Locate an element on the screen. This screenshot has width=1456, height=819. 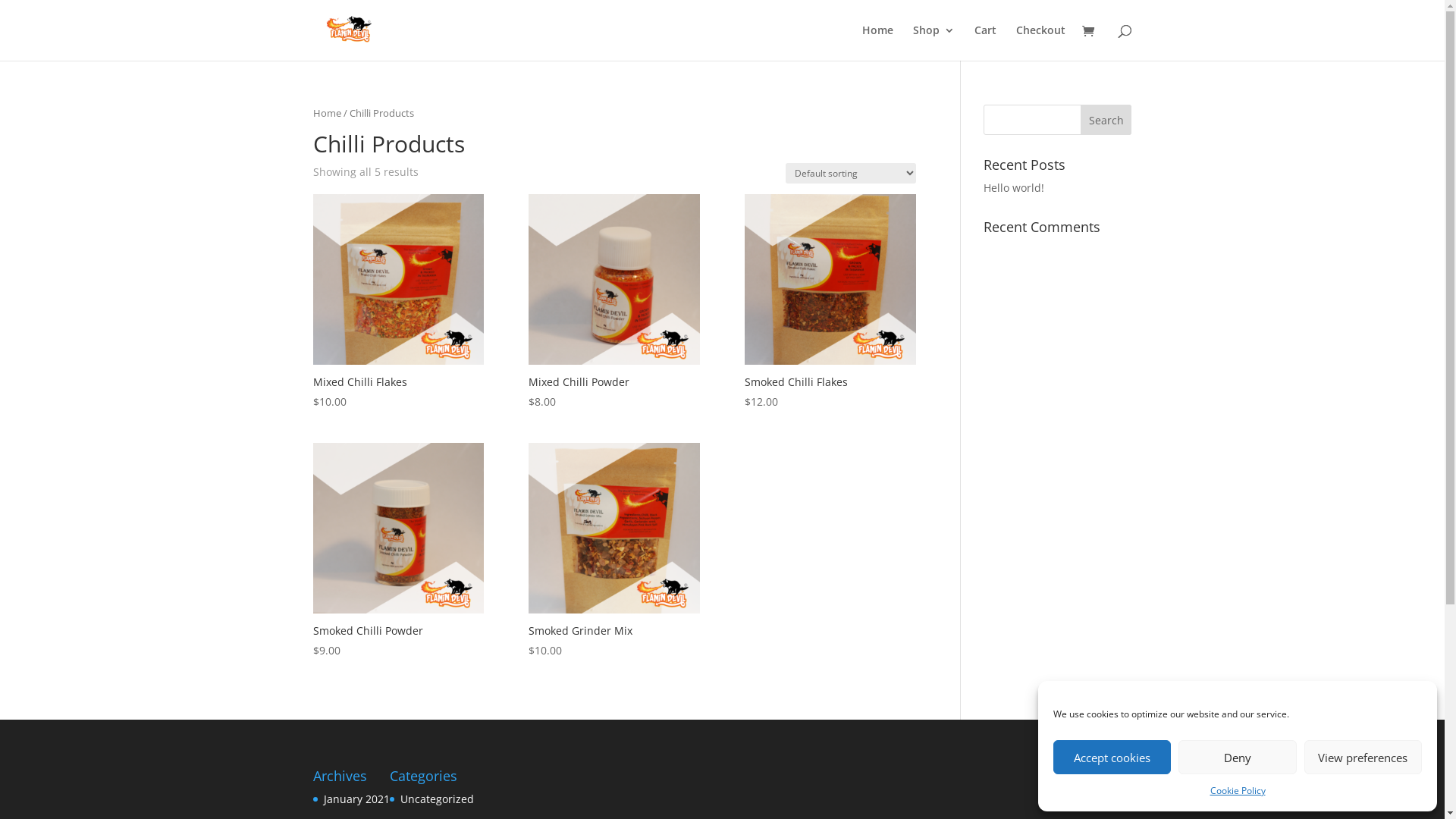
'Uncategorized' is located at coordinates (436, 798).